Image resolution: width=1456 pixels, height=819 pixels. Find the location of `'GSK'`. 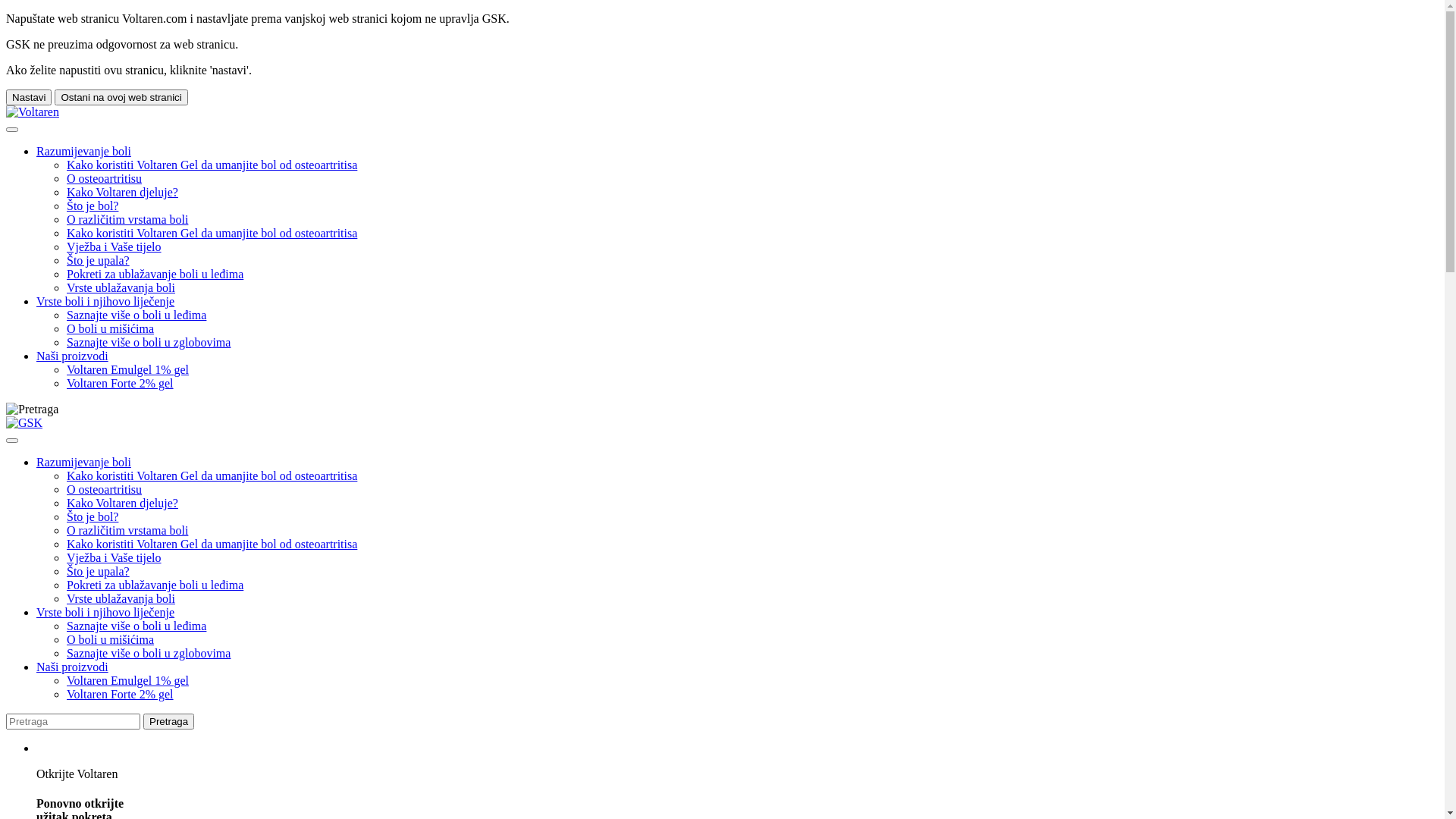

'GSK' is located at coordinates (24, 423).